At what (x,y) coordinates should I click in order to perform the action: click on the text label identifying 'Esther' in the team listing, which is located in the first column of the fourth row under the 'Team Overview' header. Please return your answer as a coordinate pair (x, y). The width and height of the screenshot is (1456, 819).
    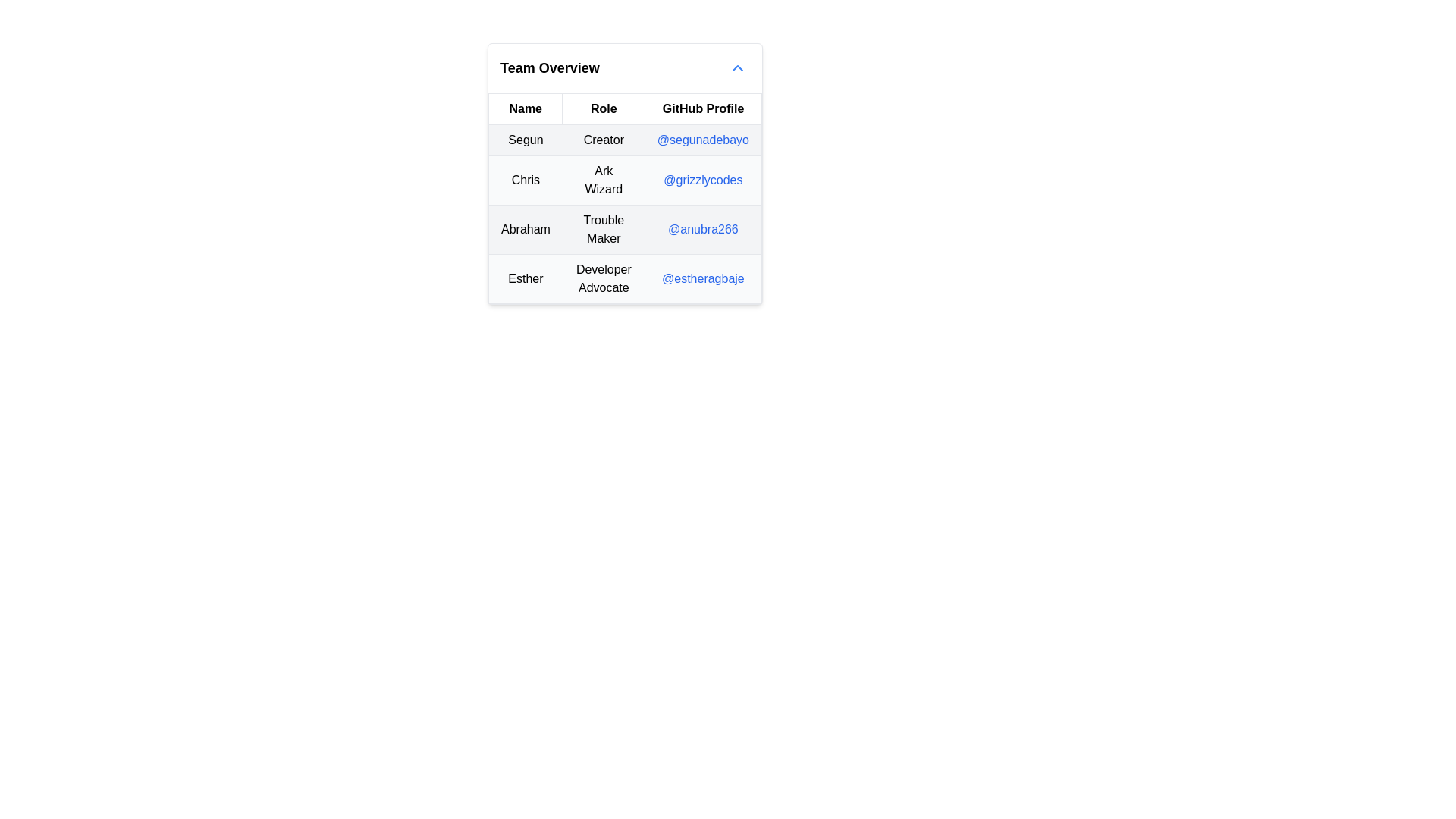
    Looking at the image, I should click on (526, 278).